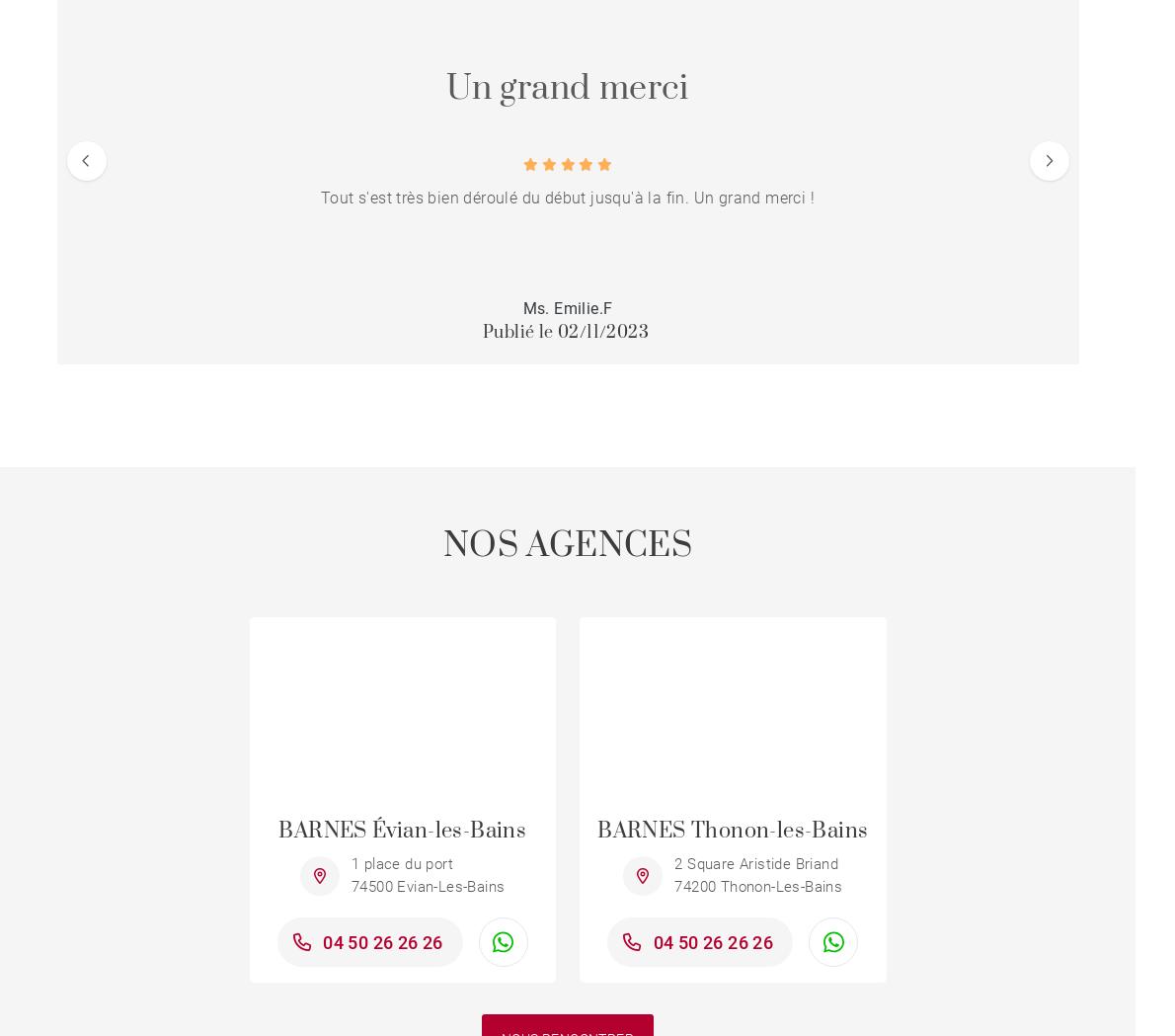 This screenshot has height=1036, width=1175. Describe the element at coordinates (672, 863) in the screenshot. I see `'2 Square Aristide Briand'` at that location.